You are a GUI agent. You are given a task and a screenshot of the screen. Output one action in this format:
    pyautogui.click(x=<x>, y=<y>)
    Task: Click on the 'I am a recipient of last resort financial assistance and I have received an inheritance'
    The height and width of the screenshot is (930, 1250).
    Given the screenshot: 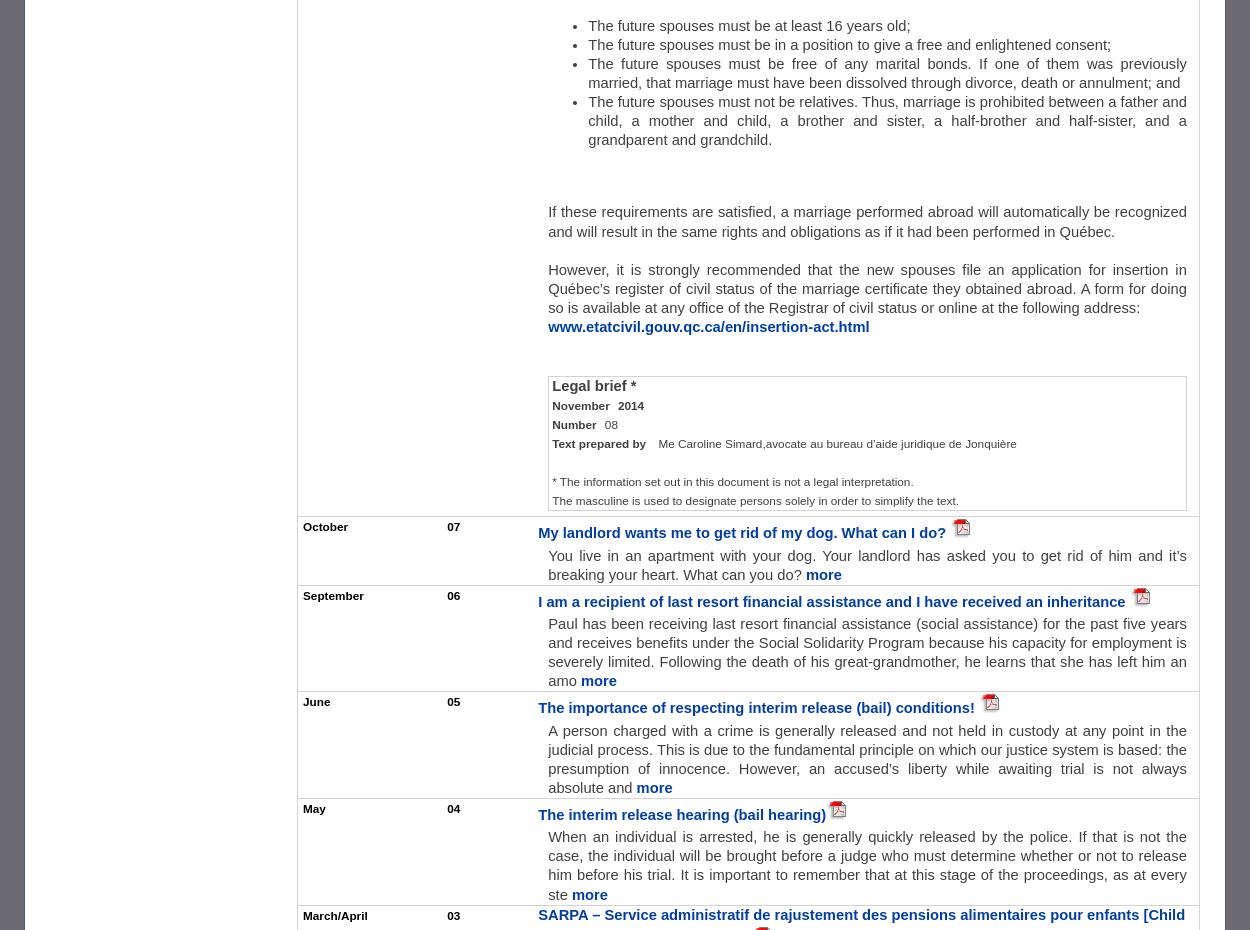 What is the action you would take?
    pyautogui.click(x=832, y=600)
    